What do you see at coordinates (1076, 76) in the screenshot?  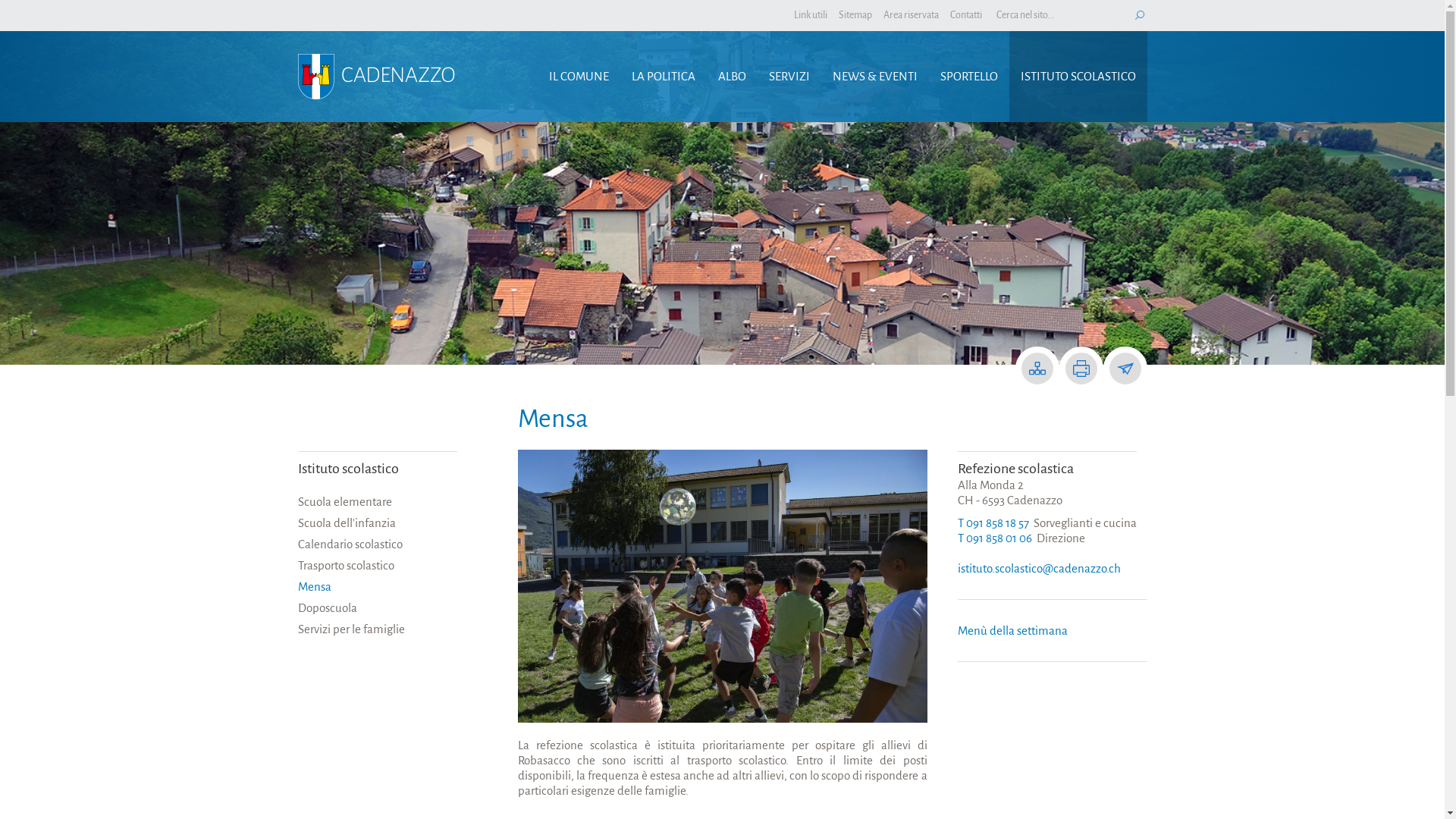 I see `'ISTITUTO SCOLASTICO'` at bounding box center [1076, 76].